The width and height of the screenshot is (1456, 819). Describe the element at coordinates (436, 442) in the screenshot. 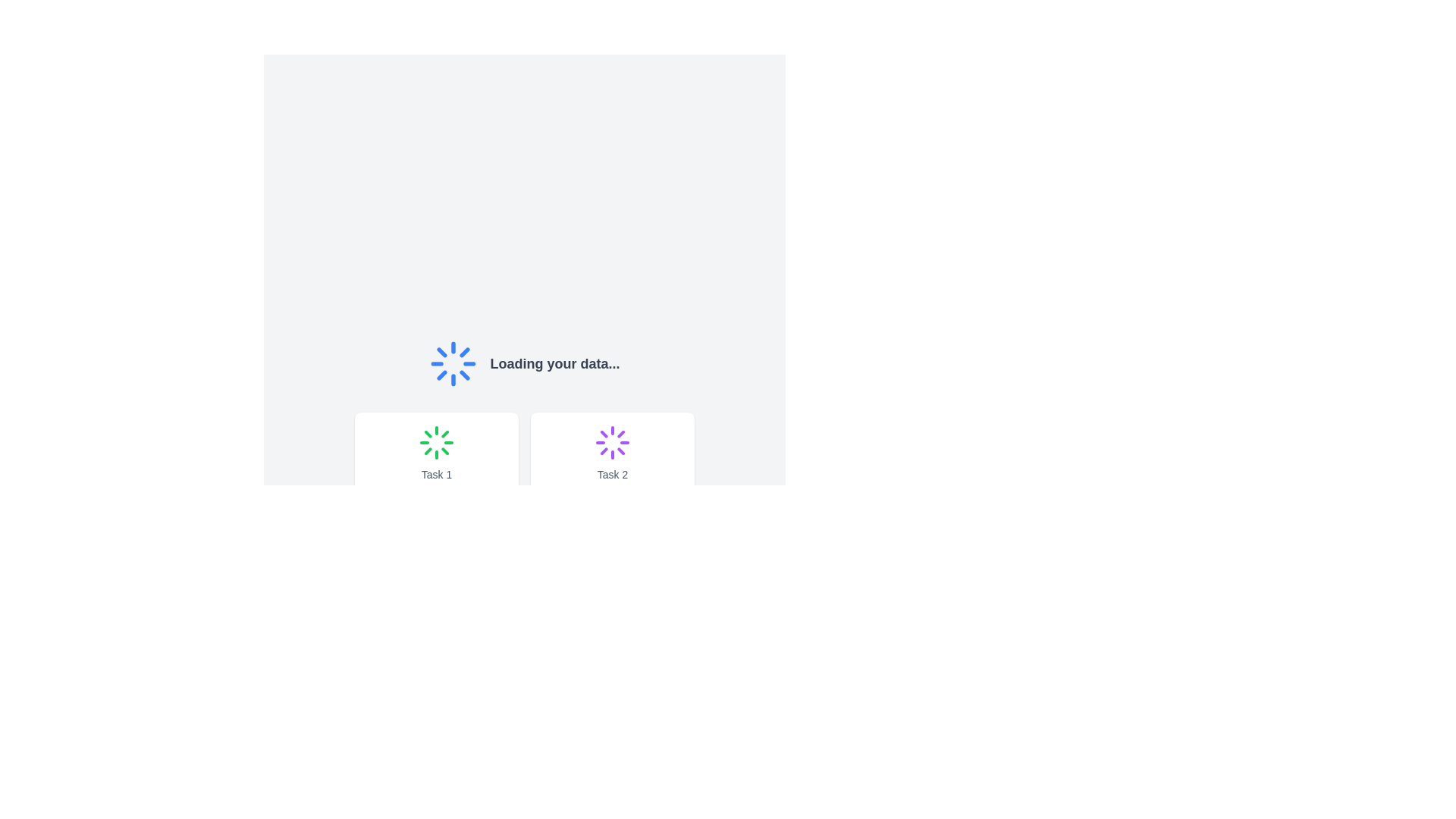

I see `the green circular spinning loader that indicates an ongoing task, located below the text label 'Task 1'` at that location.